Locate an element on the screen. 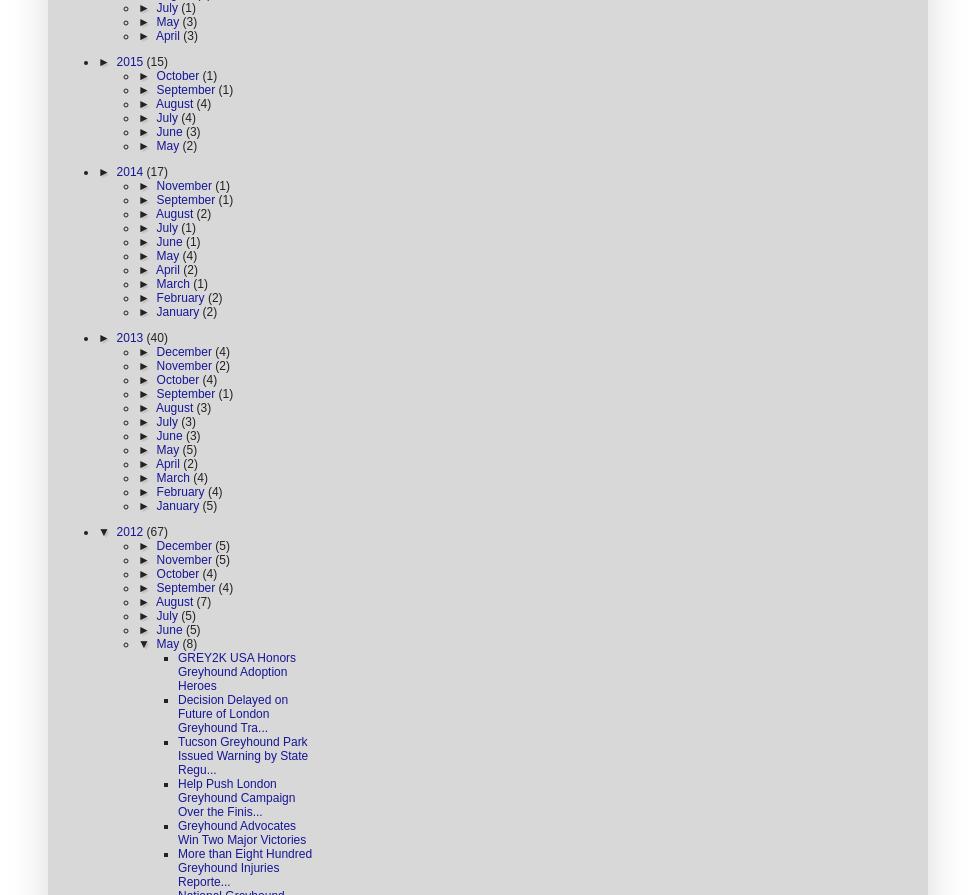 This screenshot has height=895, width=968. 'Greyhound Advocates Win Two Major Victories' is located at coordinates (178, 831).